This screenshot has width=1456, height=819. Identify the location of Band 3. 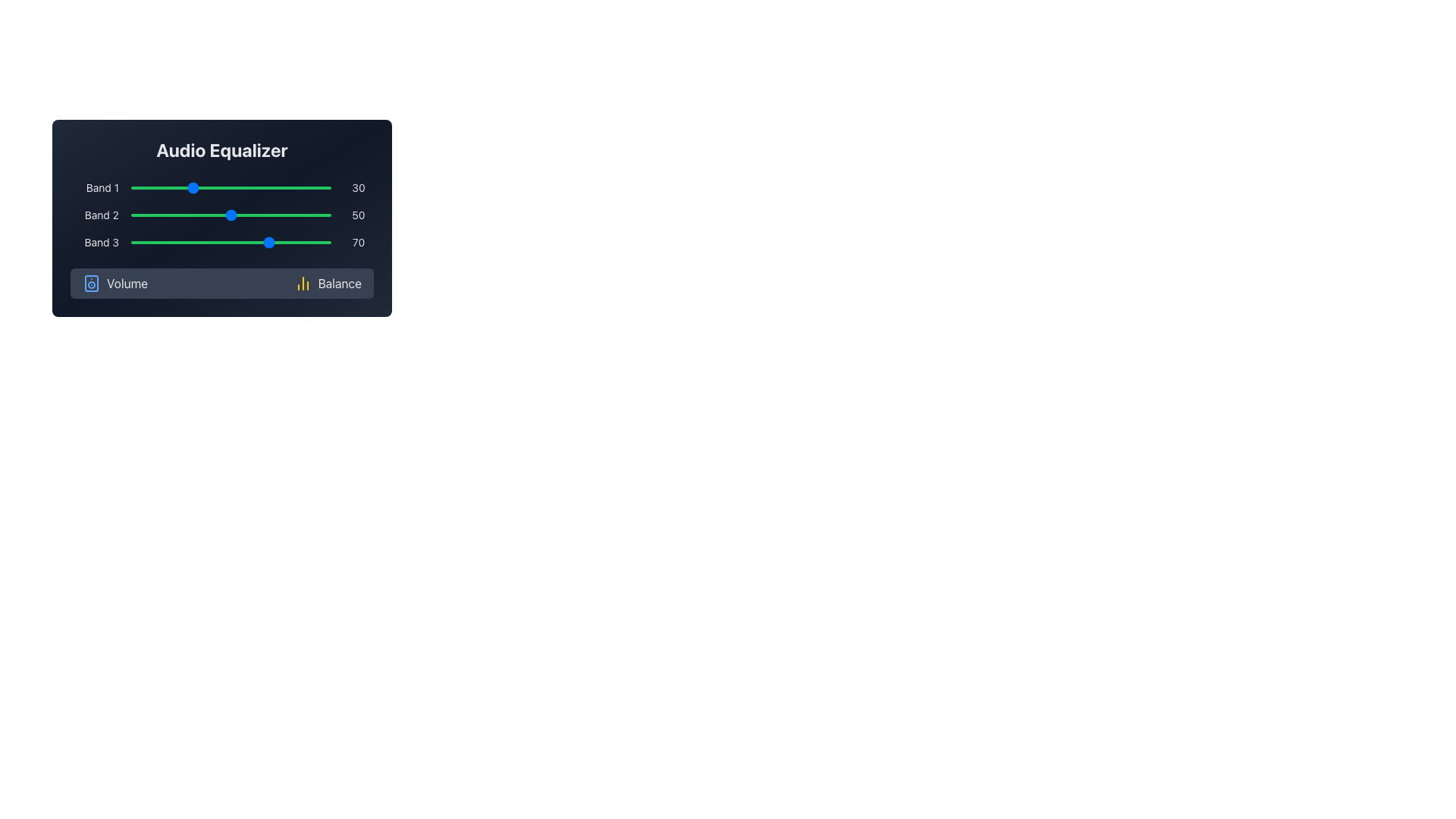
(216, 242).